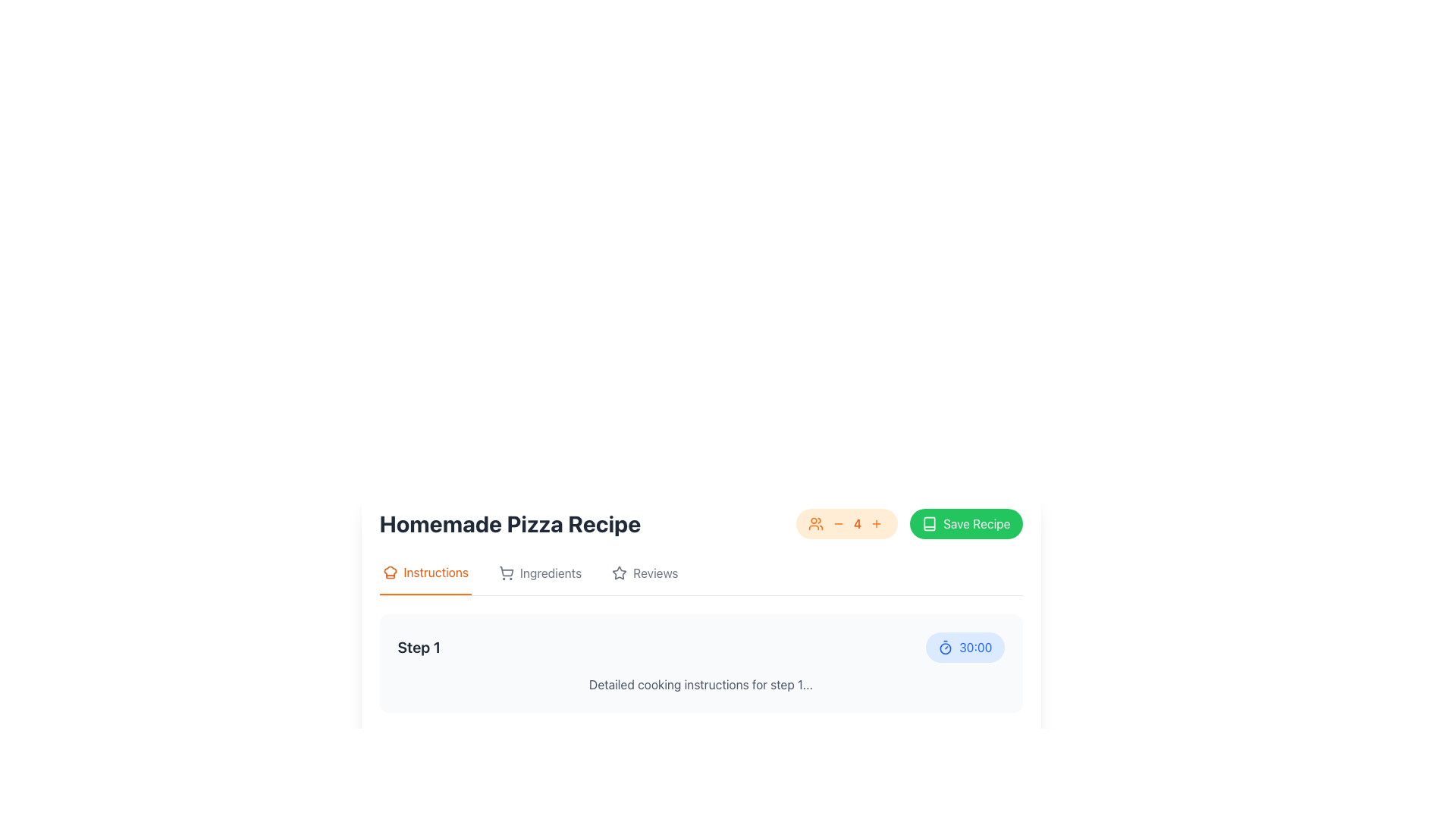  I want to click on the Text Label that contains the word 'Instructions' in a bold orange font, located within the navigation bar next to the chef's hat icon, so click(435, 573).